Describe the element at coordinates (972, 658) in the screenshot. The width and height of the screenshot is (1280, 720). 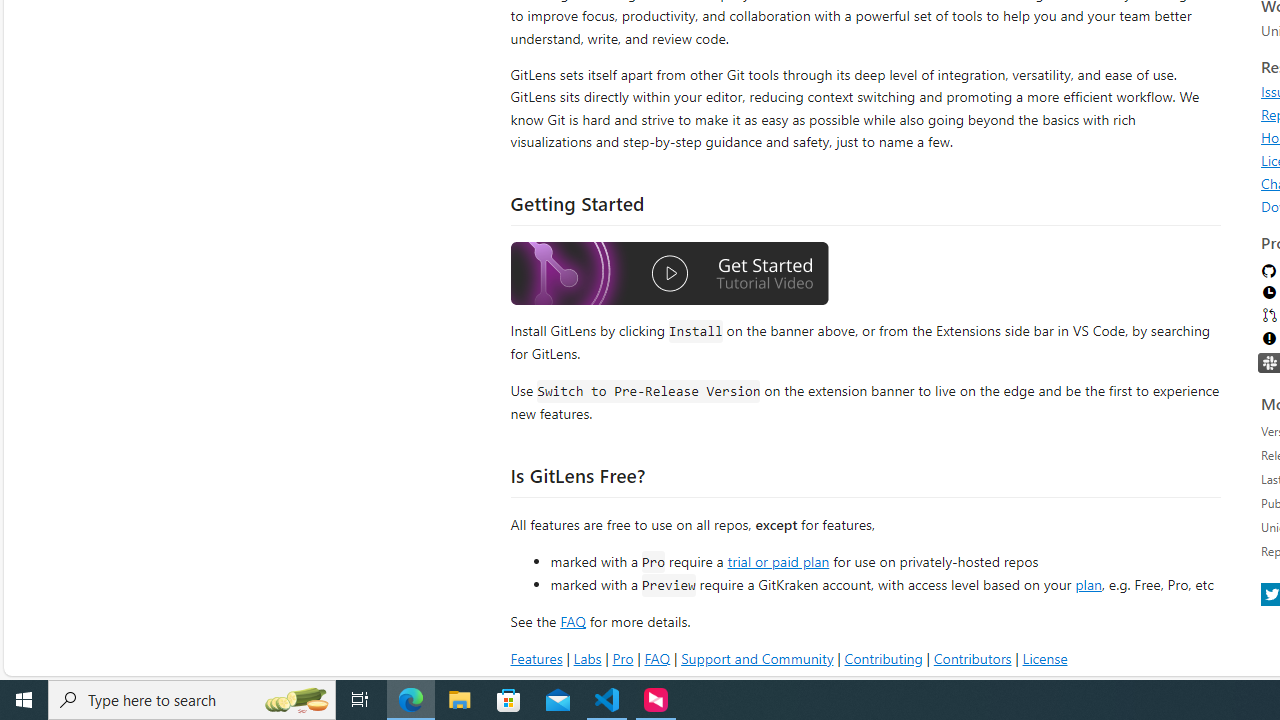
I see `'Contributors'` at that location.